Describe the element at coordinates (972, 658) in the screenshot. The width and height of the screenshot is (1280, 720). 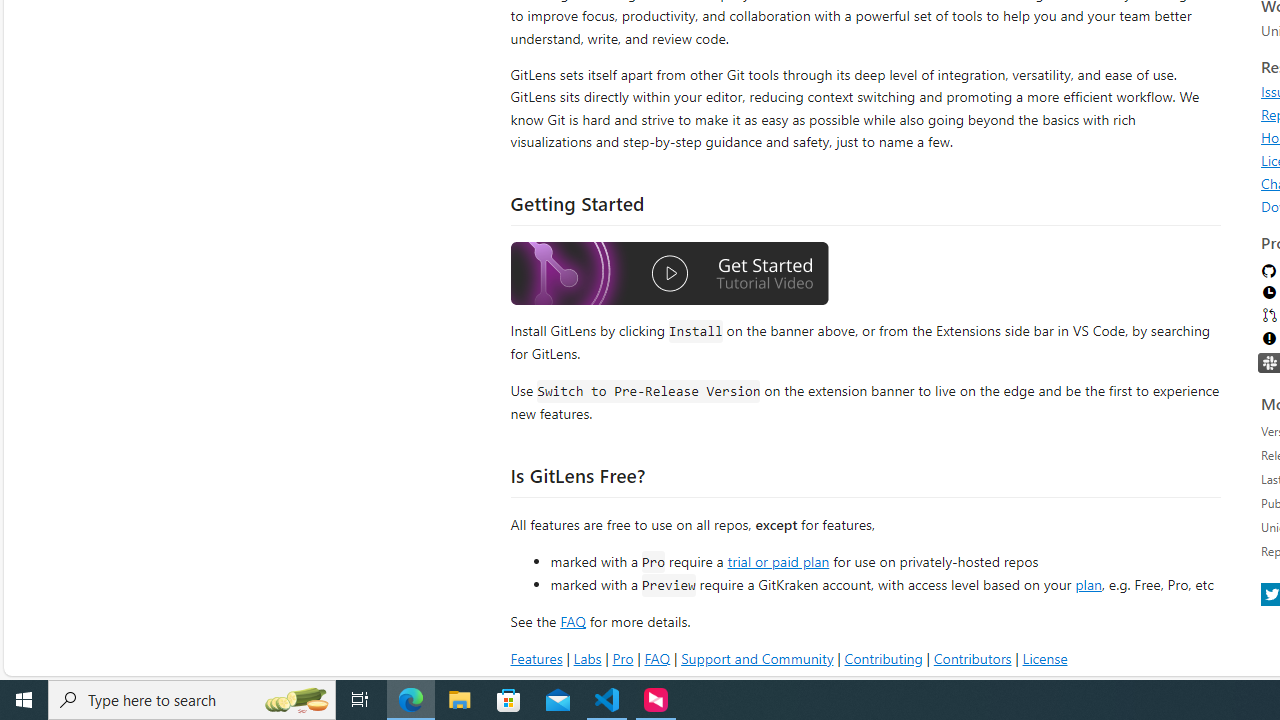
I see `'Contributors'` at that location.